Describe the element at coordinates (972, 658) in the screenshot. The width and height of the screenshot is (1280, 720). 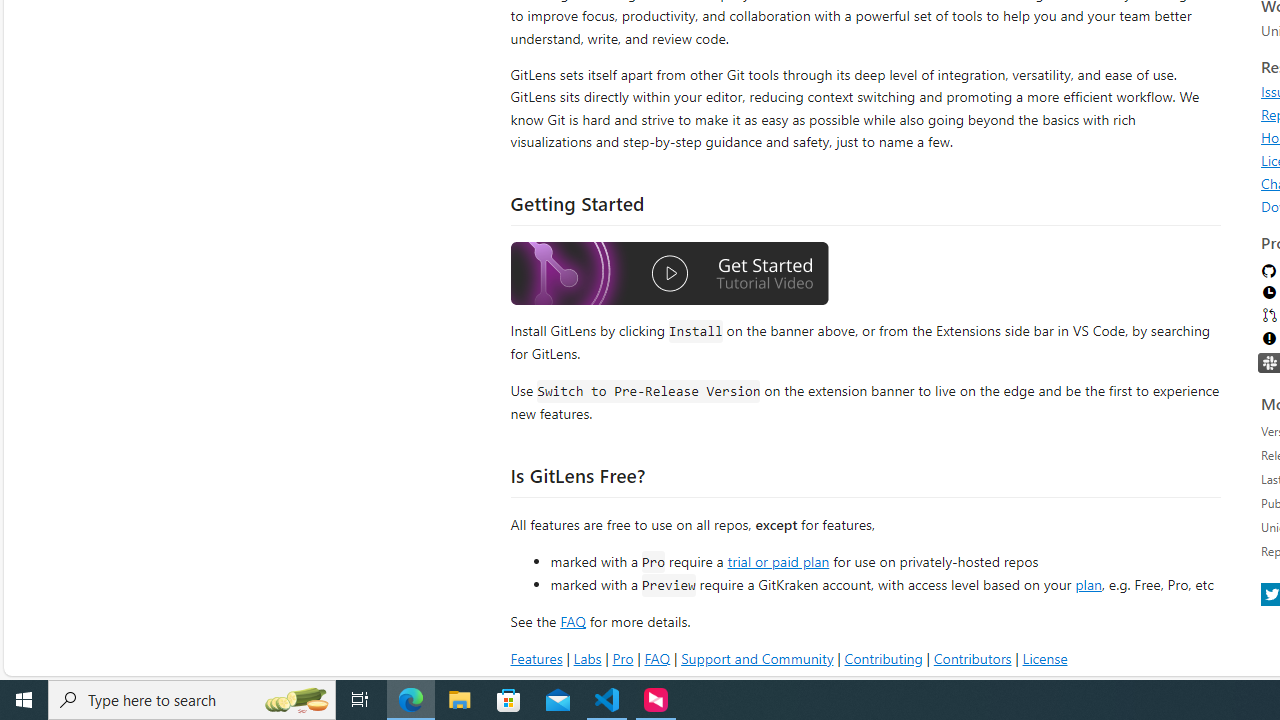
I see `'Contributors'` at that location.